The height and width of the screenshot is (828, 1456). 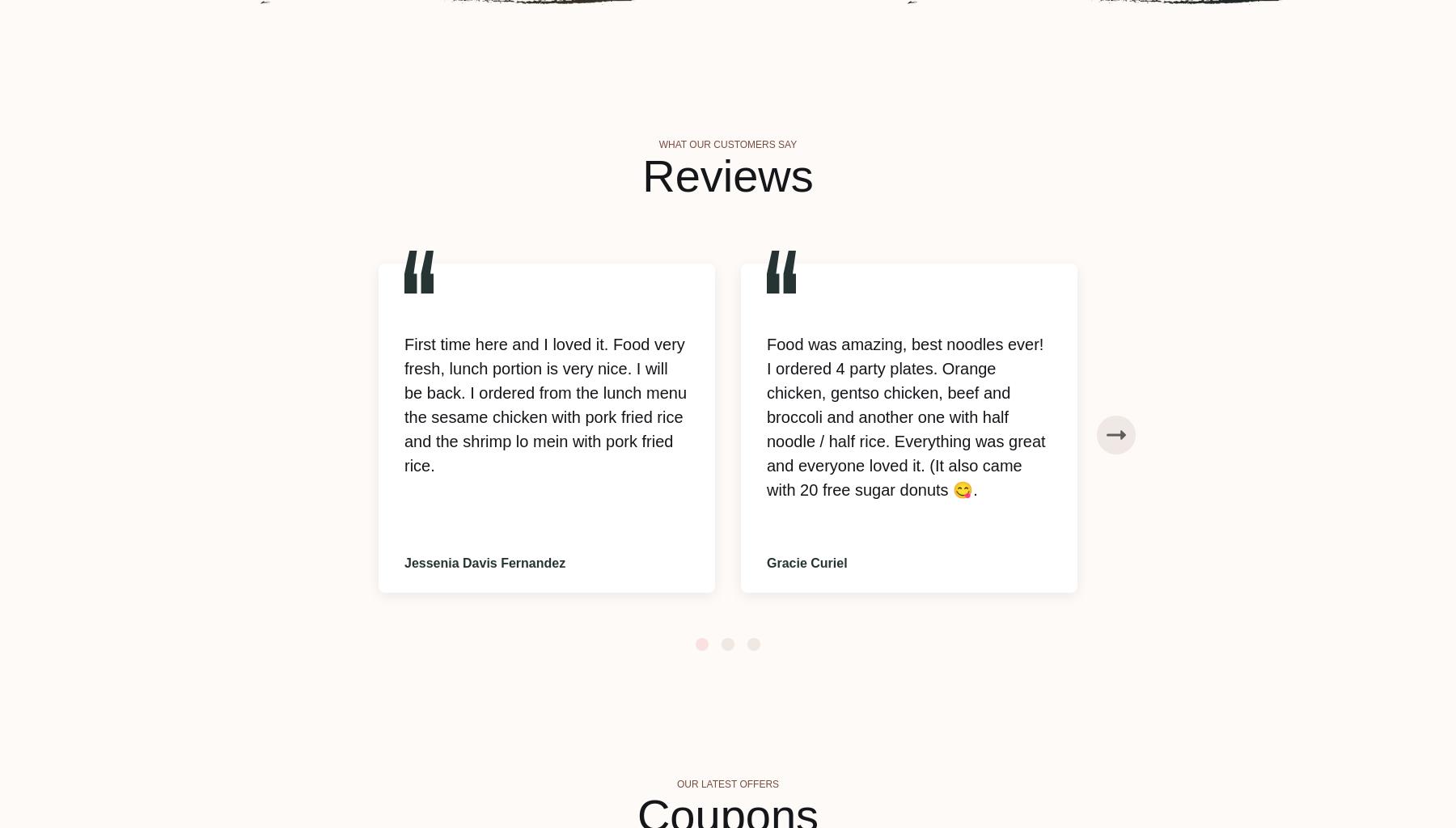 I want to click on 'Jessenia Davis Fernandez', so click(x=485, y=563).